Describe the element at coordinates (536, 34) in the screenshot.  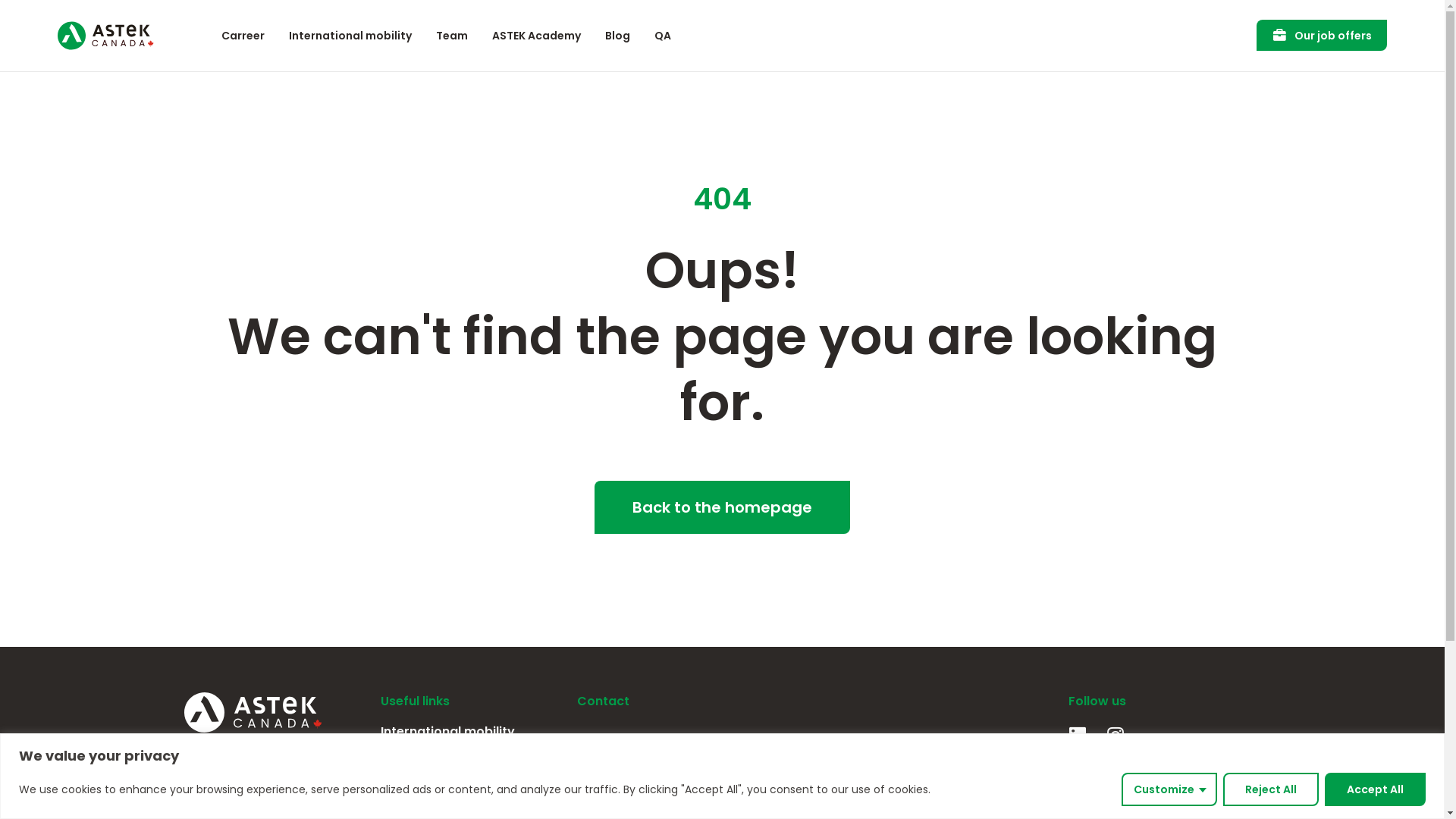
I see `'ASTEK Academy'` at that location.